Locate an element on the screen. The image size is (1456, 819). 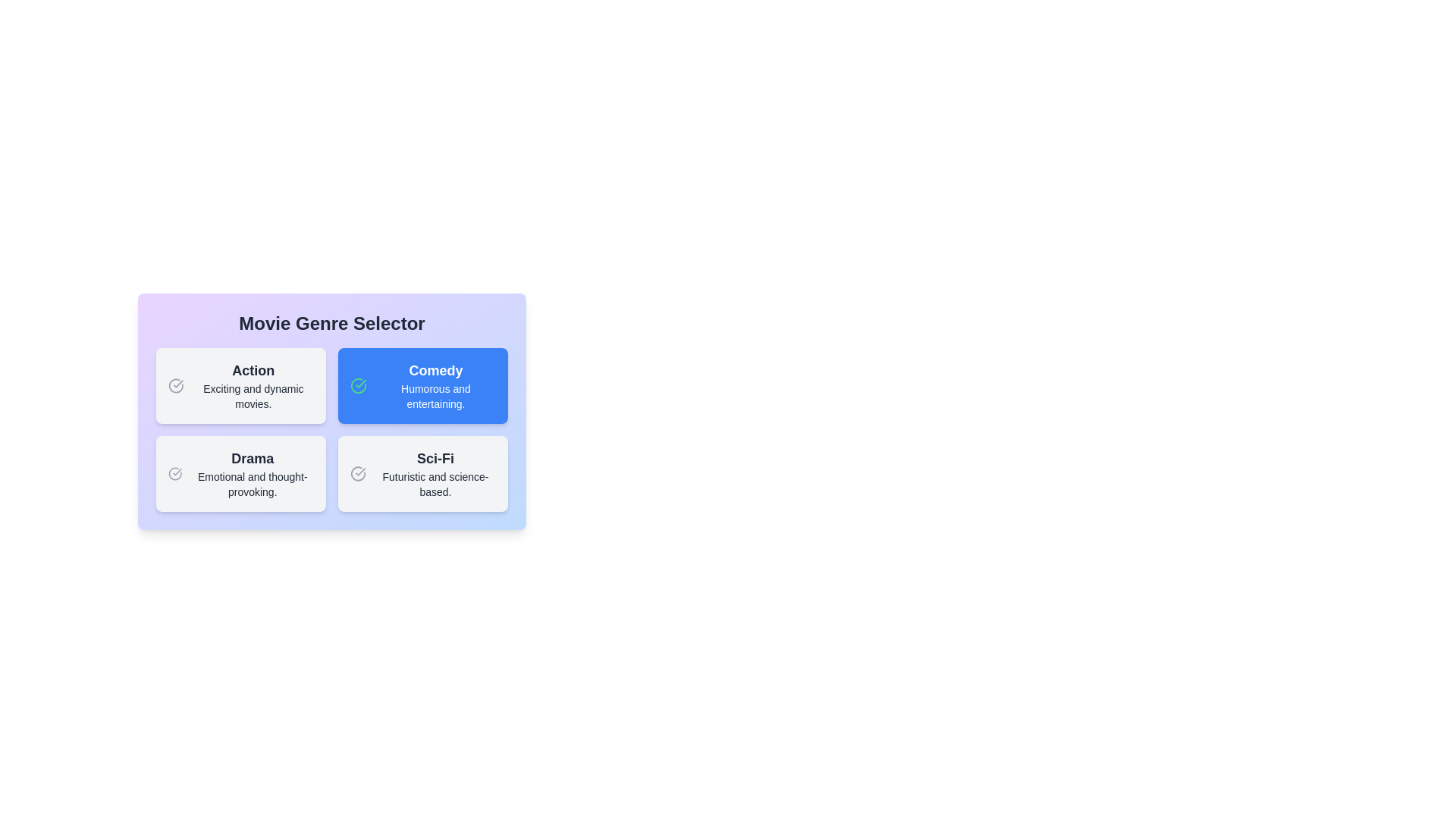
the description of the genre Drama and read its text is located at coordinates (240, 472).